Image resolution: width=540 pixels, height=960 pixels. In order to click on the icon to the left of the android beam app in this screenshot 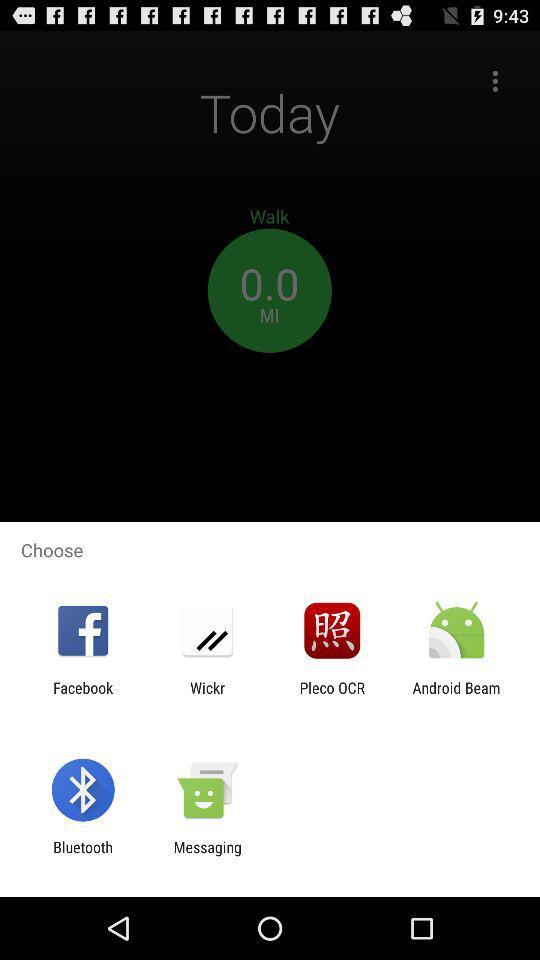, I will do `click(332, 696)`.